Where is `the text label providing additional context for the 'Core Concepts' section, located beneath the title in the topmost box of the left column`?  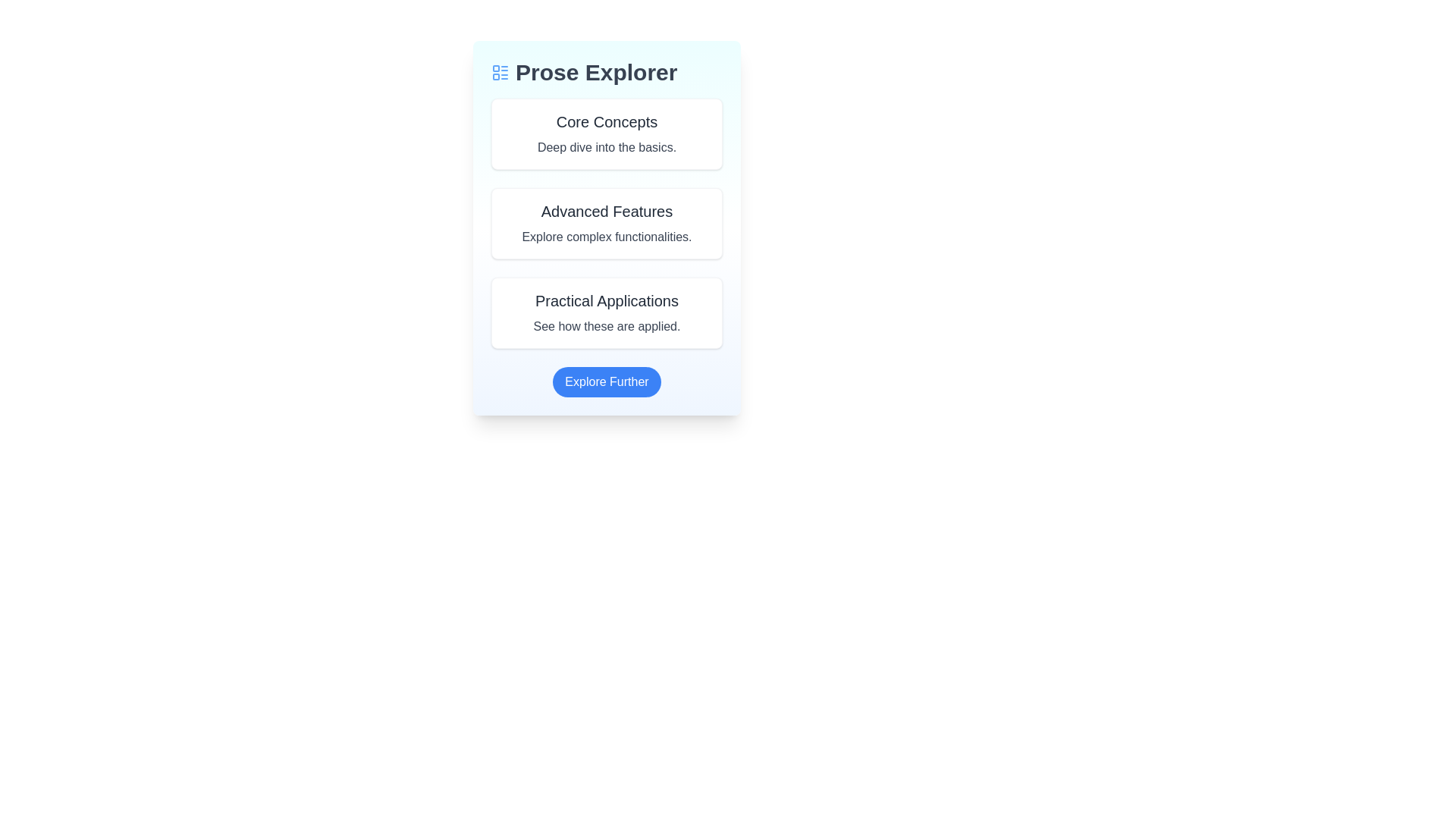
the text label providing additional context for the 'Core Concepts' section, located beneath the title in the topmost box of the left column is located at coordinates (607, 148).